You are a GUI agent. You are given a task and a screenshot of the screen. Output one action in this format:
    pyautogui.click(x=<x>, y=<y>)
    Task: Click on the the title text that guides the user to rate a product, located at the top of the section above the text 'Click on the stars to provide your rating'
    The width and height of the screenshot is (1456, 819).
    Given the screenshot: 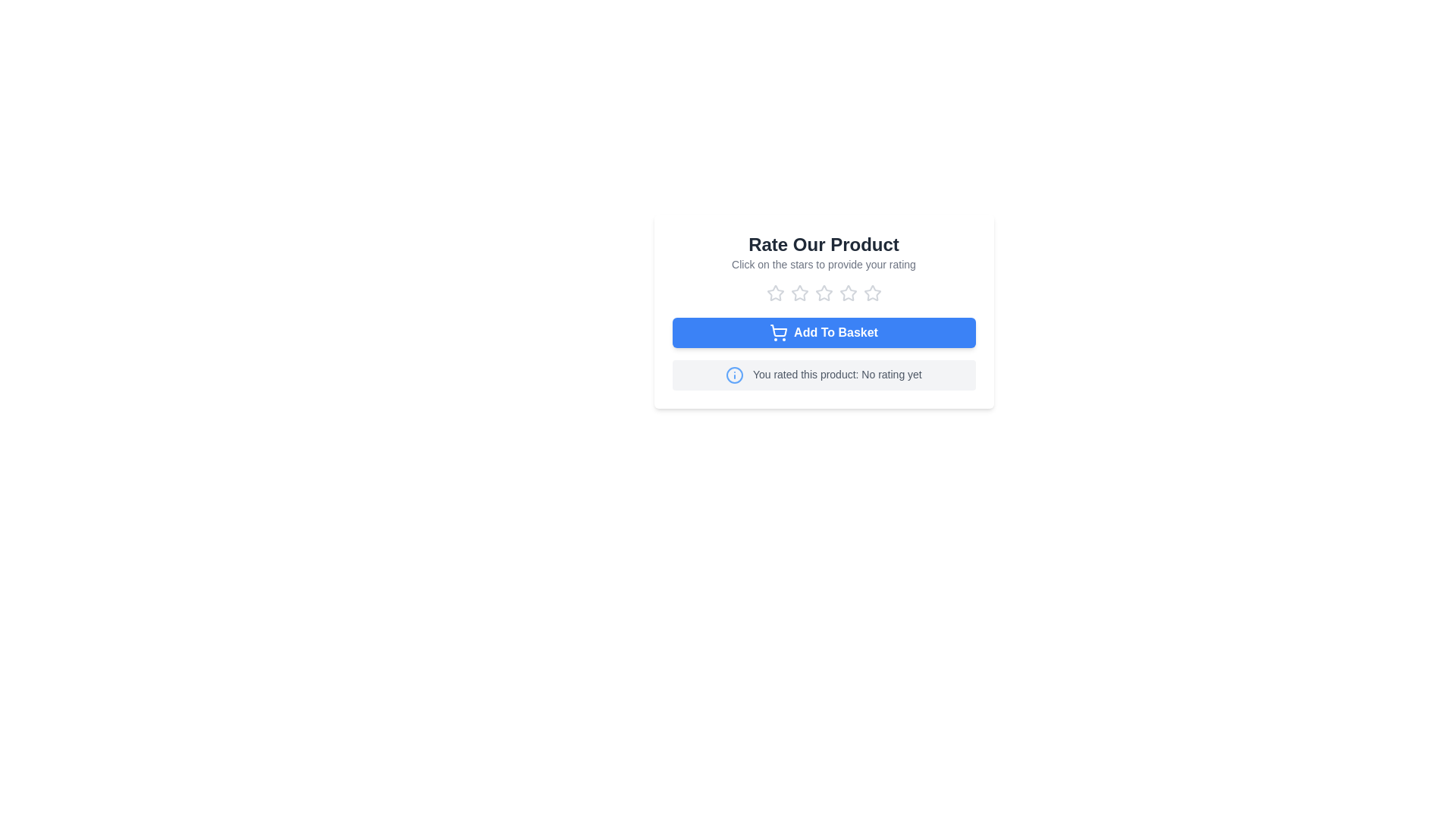 What is the action you would take?
    pyautogui.click(x=823, y=244)
    